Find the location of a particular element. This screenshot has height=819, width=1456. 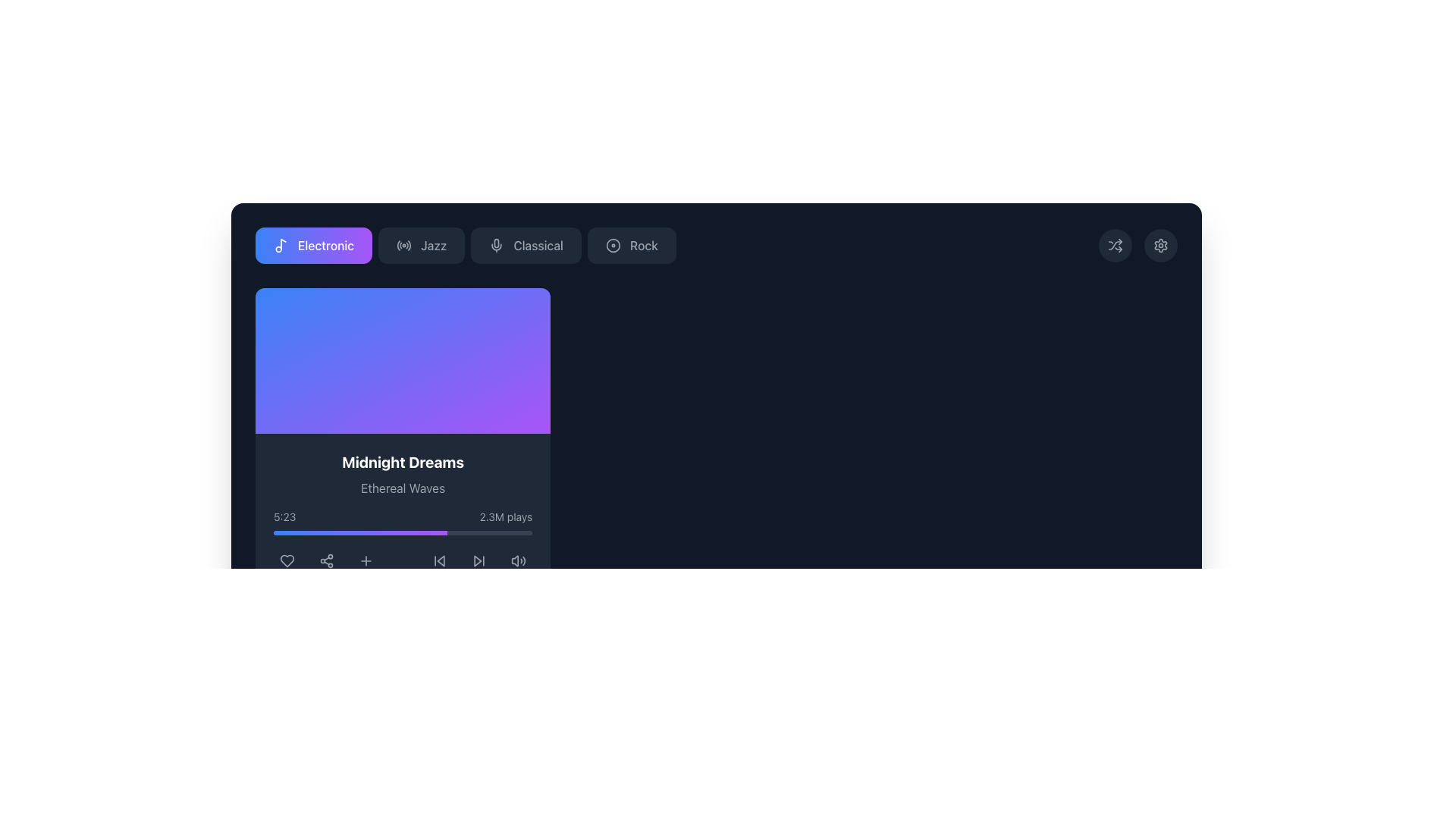

the text label displaying 'Ethereal Waves' in light gray color, located below 'Midnight Dreams' and above '5:23 | 2.3M plays' is located at coordinates (403, 488).